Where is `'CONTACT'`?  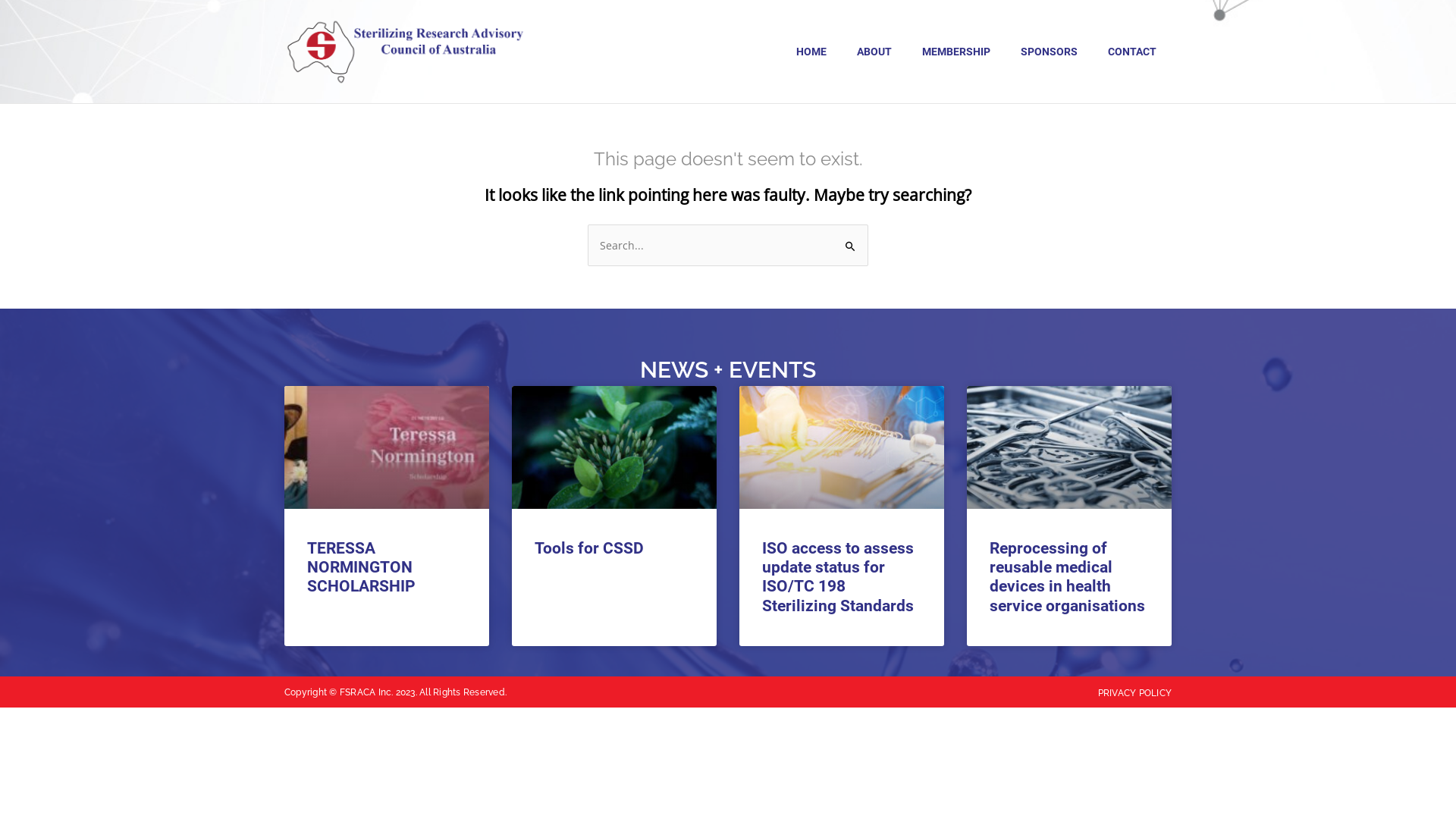
'CONTACT' is located at coordinates (1131, 51).